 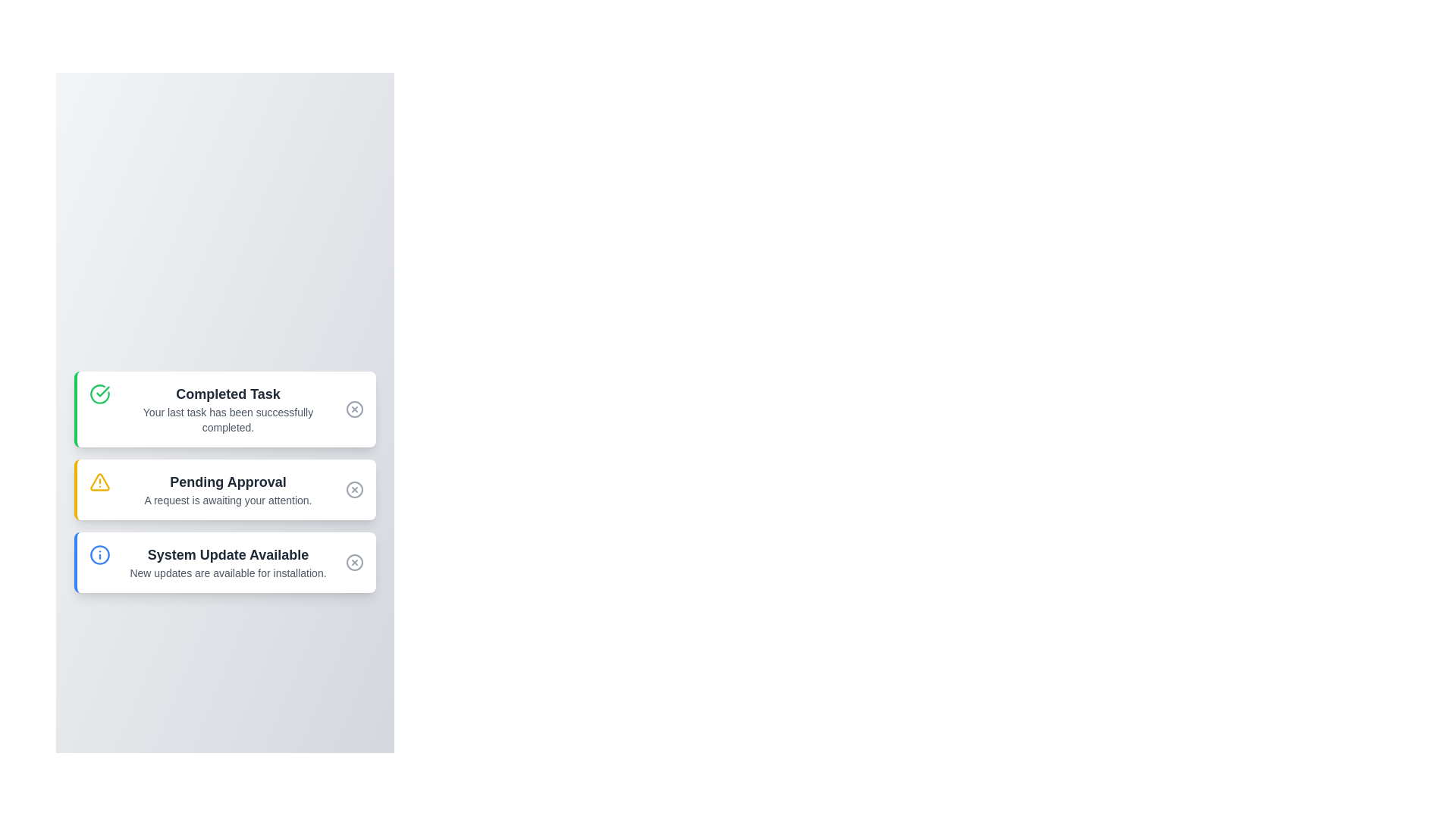 What do you see at coordinates (353, 409) in the screenshot?
I see `close button for the alert with title Completed Task` at bounding box center [353, 409].